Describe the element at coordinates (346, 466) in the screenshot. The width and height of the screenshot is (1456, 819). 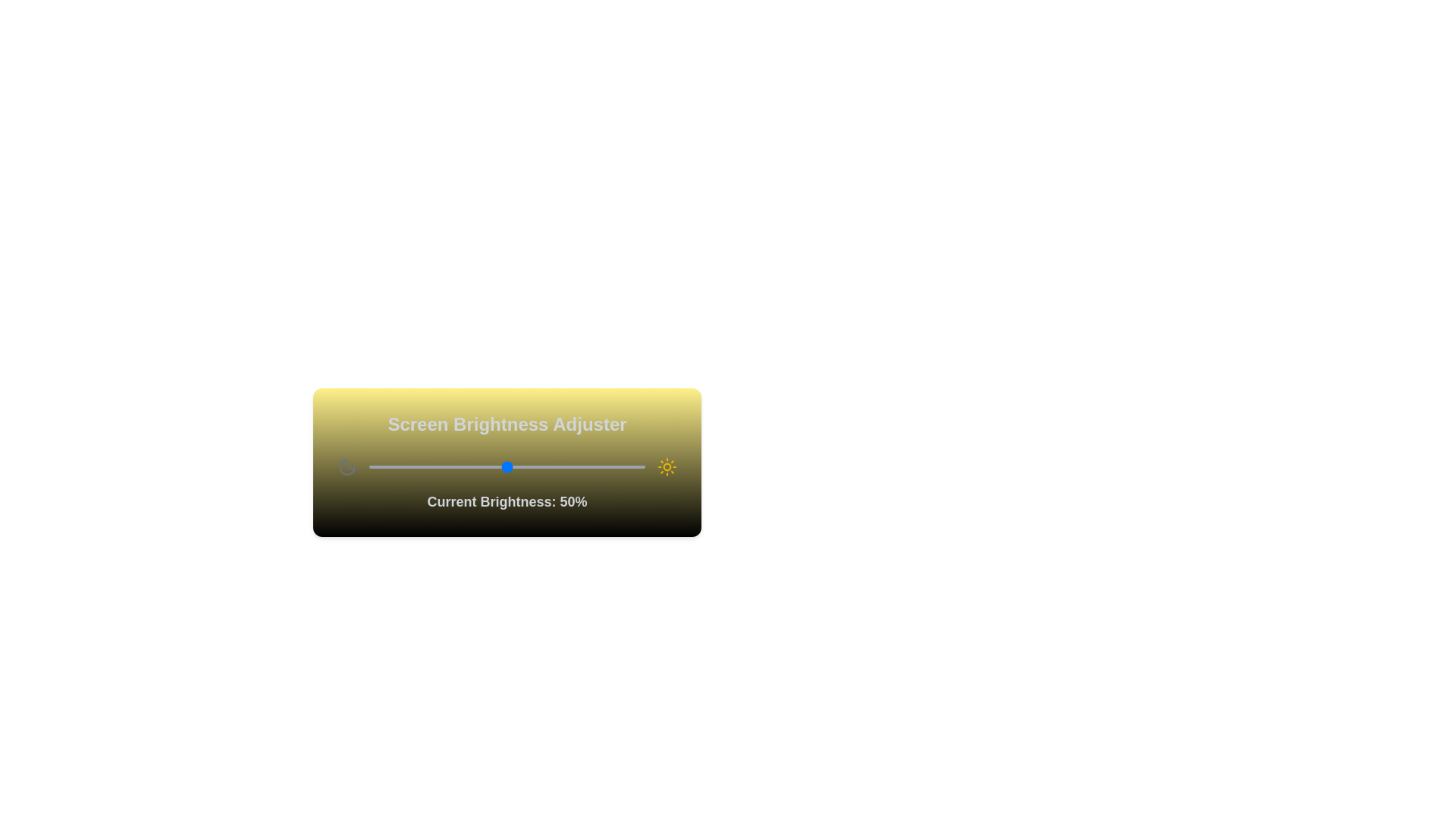
I see `the 'Moon' icon to toggle the brightness mode` at that location.